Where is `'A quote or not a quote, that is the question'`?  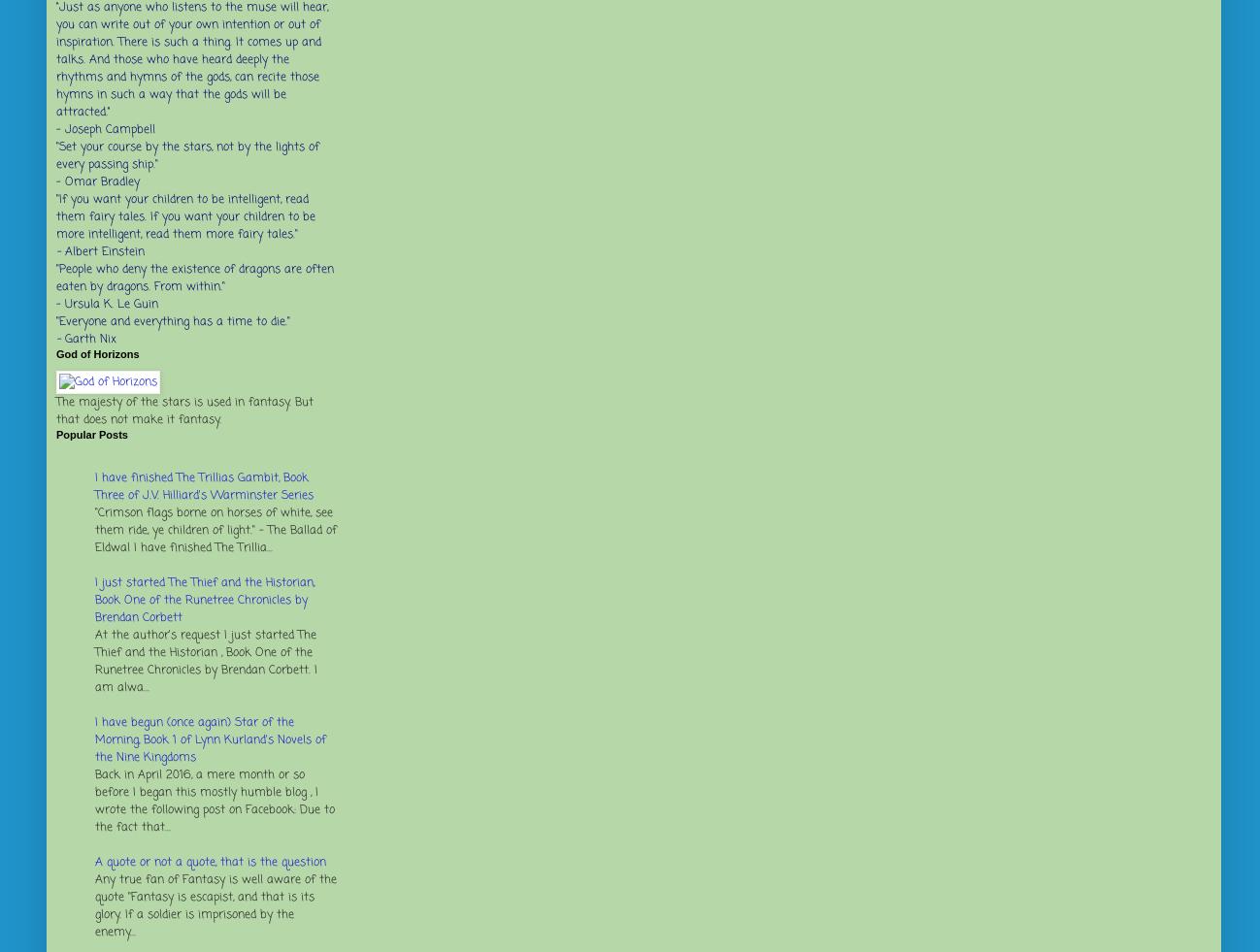 'A quote or not a quote, that is the question' is located at coordinates (211, 862).